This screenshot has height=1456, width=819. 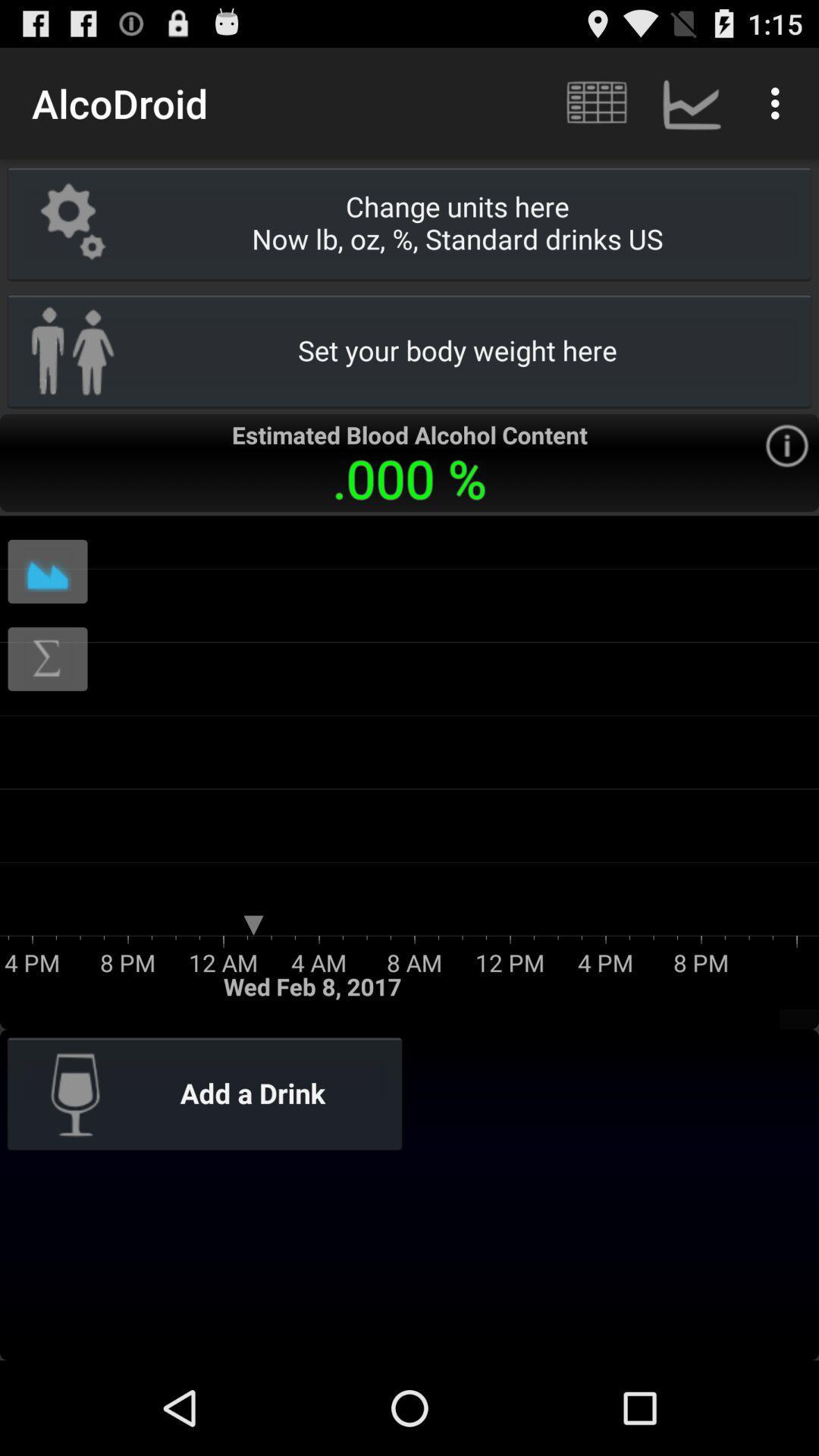 What do you see at coordinates (786, 445) in the screenshot?
I see `show information` at bounding box center [786, 445].